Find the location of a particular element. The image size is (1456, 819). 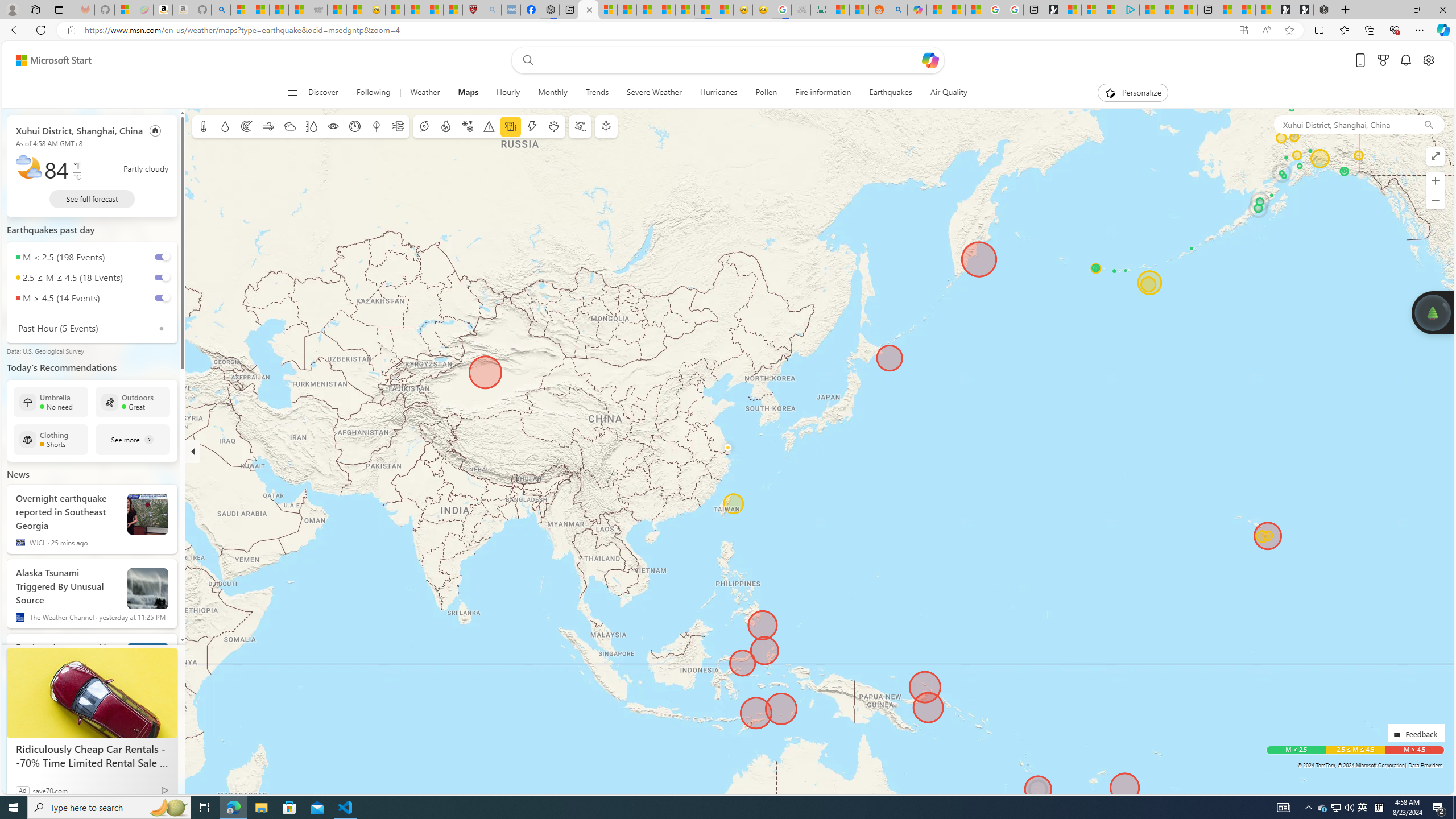

'Discover' is located at coordinates (328, 92).